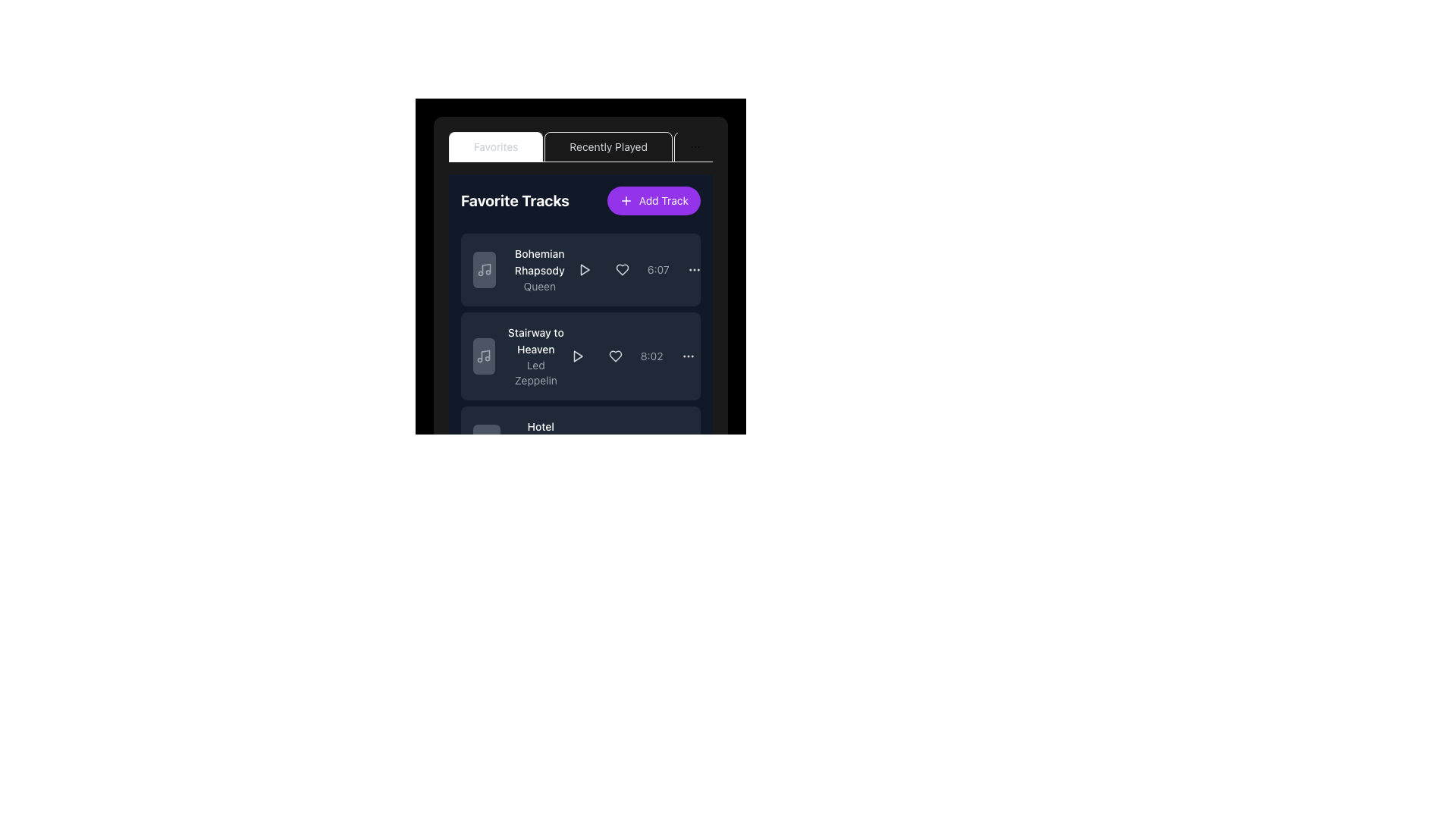 Image resolution: width=1456 pixels, height=819 pixels. Describe the element at coordinates (608, 146) in the screenshot. I see `the second navigation tab to switch to the 'Recently Played' section` at that location.